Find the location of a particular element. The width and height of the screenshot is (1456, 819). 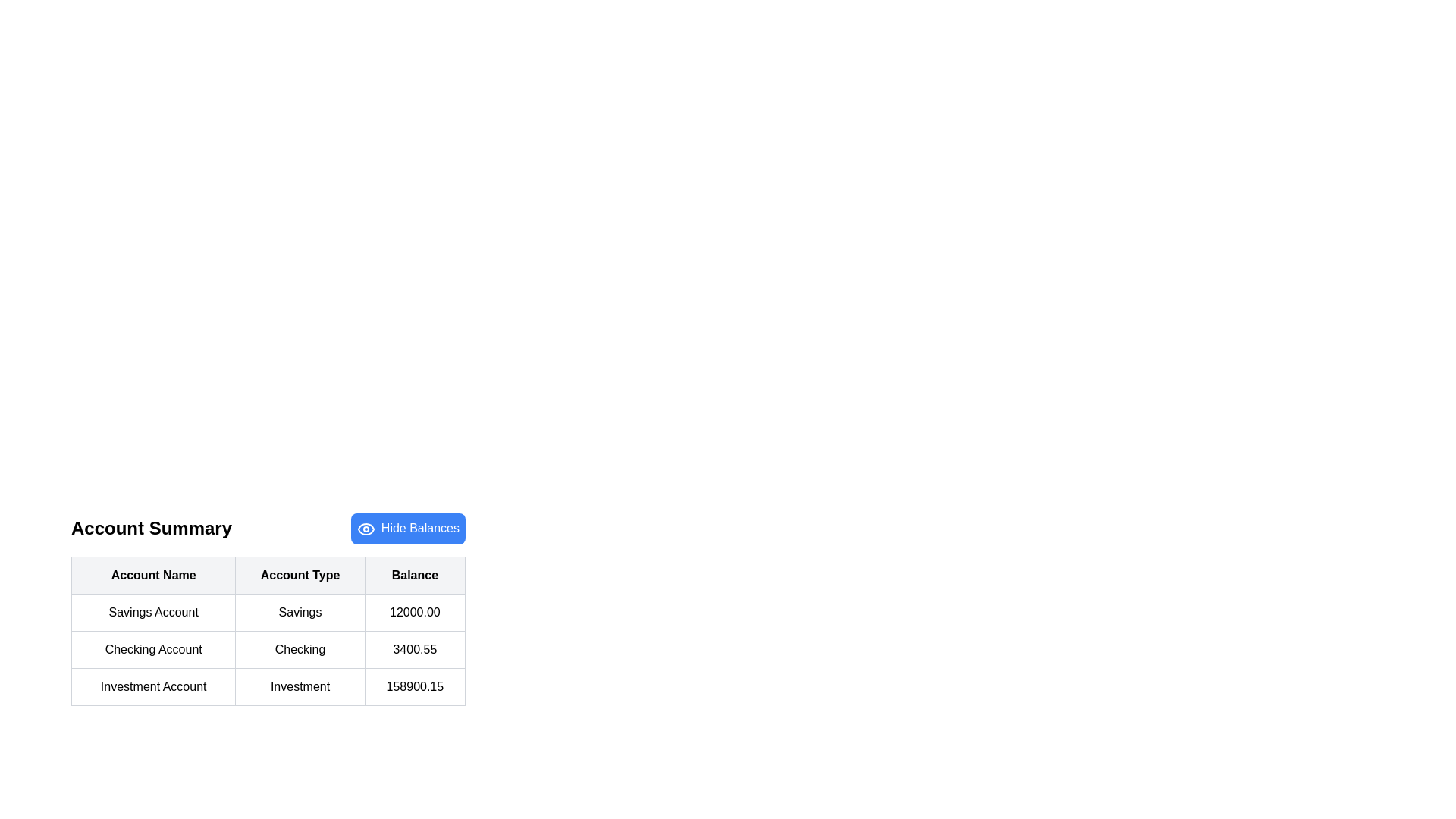

the static text label displaying 'Checking' in black, which is located in the second column of the second row of the table under the header 'Account Type' is located at coordinates (300, 648).